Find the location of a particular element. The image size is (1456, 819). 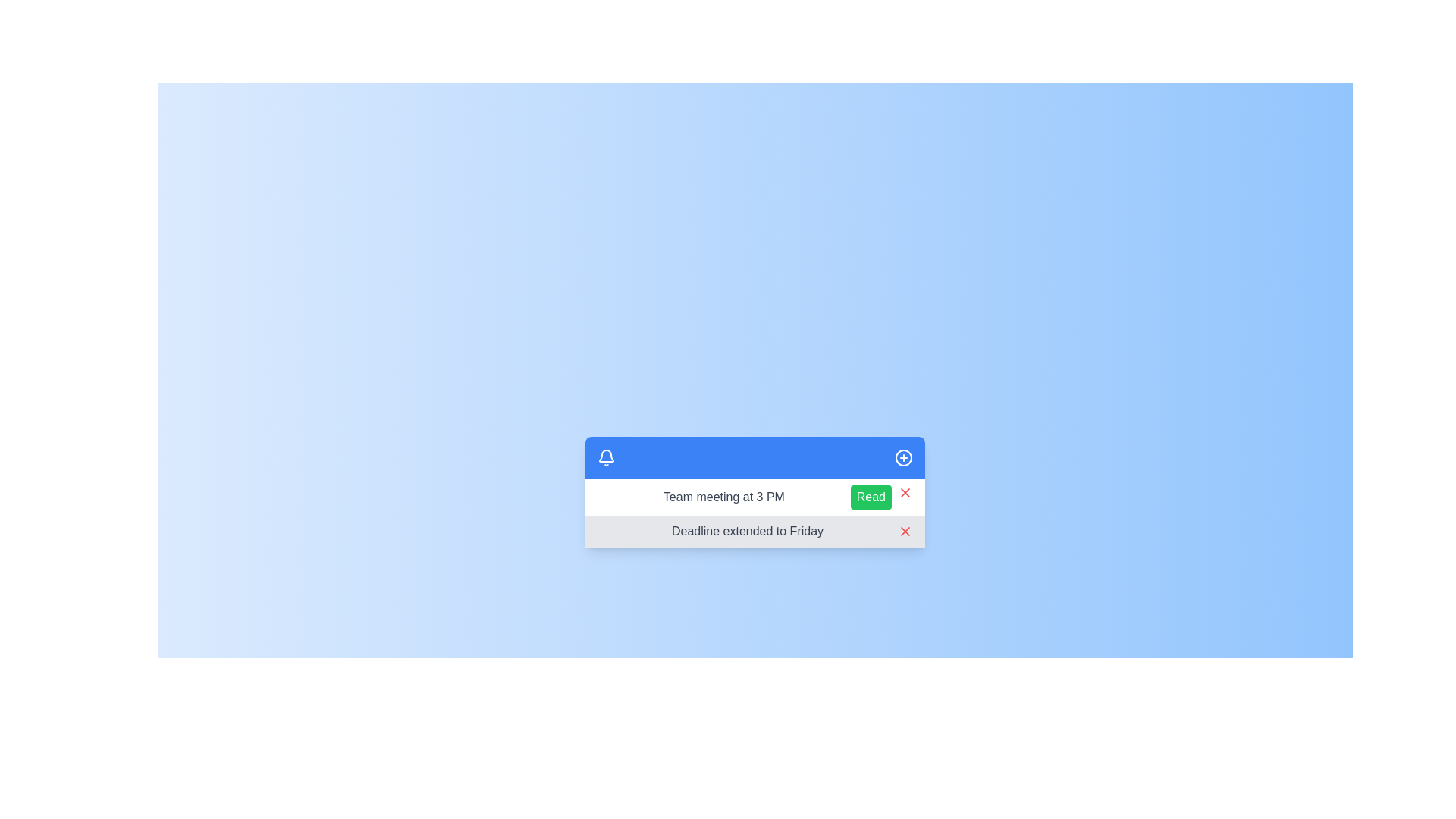

the small rectangular green button labeled 'Read' to mark the notification as read, located to the right of the text 'Team meeting at 3 PM' is located at coordinates (871, 497).